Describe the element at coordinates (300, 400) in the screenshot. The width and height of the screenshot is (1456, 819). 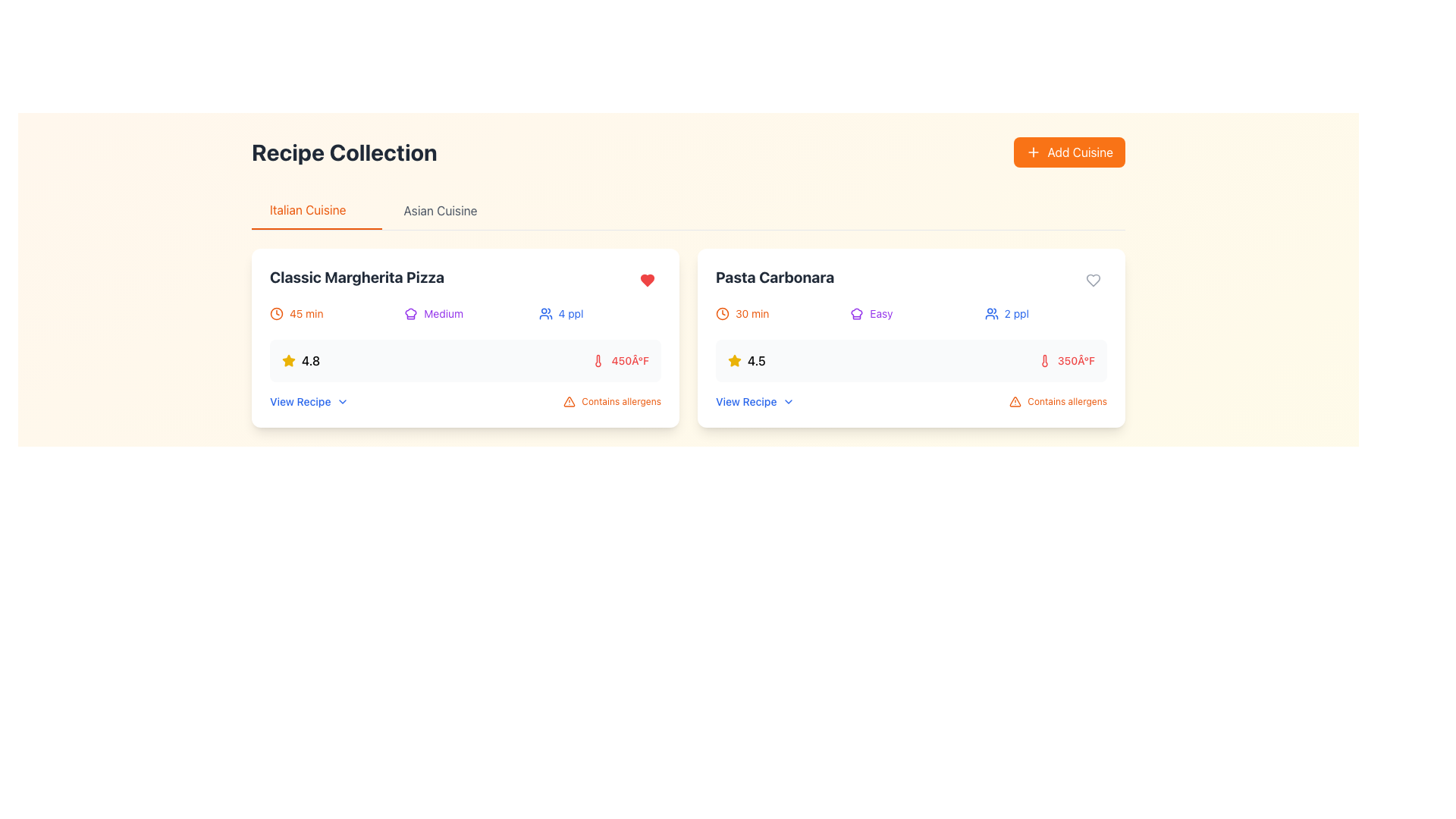
I see `the blue text label reading 'View Recipe' located at the bottom of the left recipe card to change its visual state` at that location.